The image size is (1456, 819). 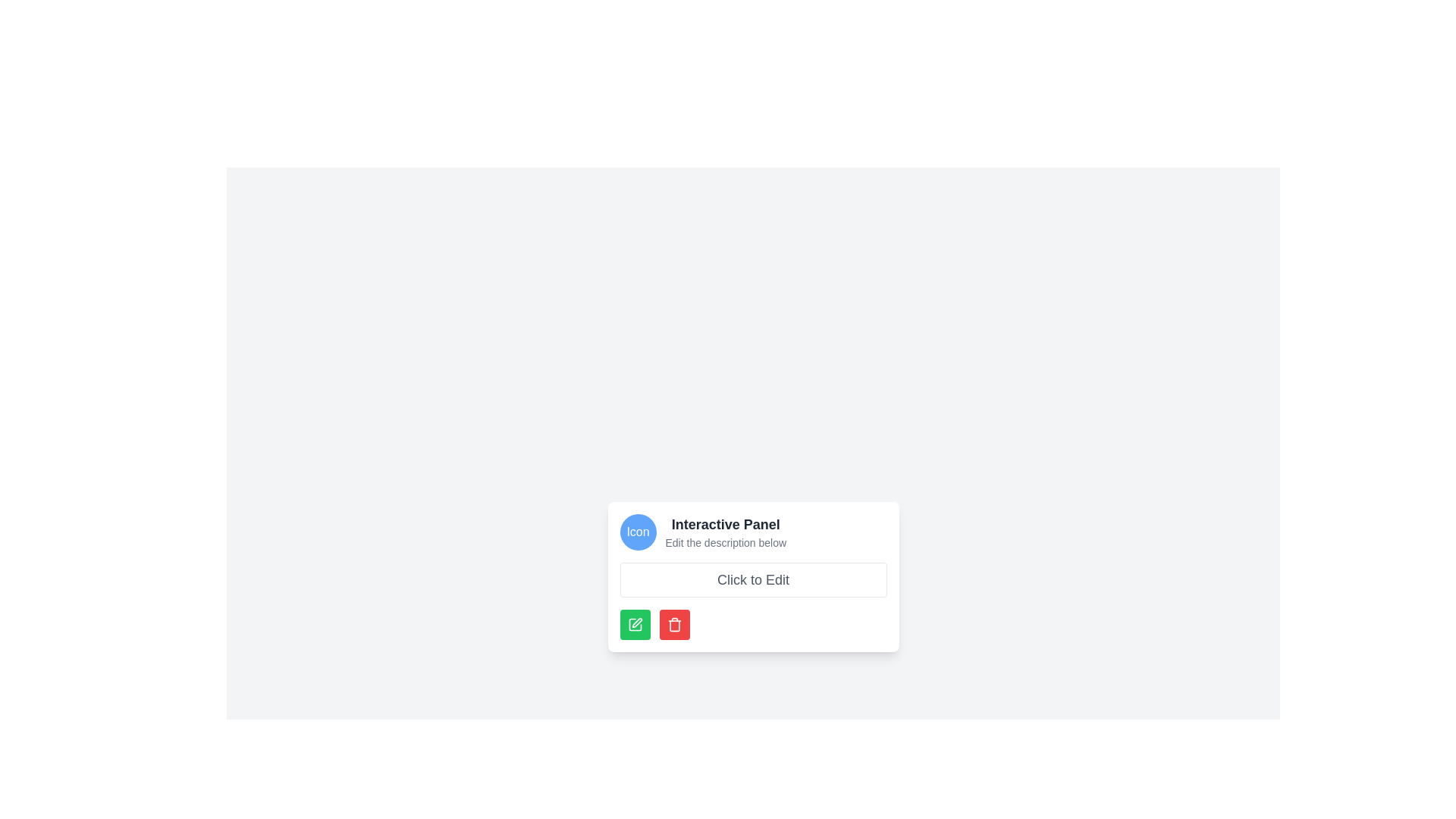 What do you see at coordinates (673, 626) in the screenshot?
I see `the main body rectangle of the trash can icon, which is part of a vector graphic used as a delete button` at bounding box center [673, 626].